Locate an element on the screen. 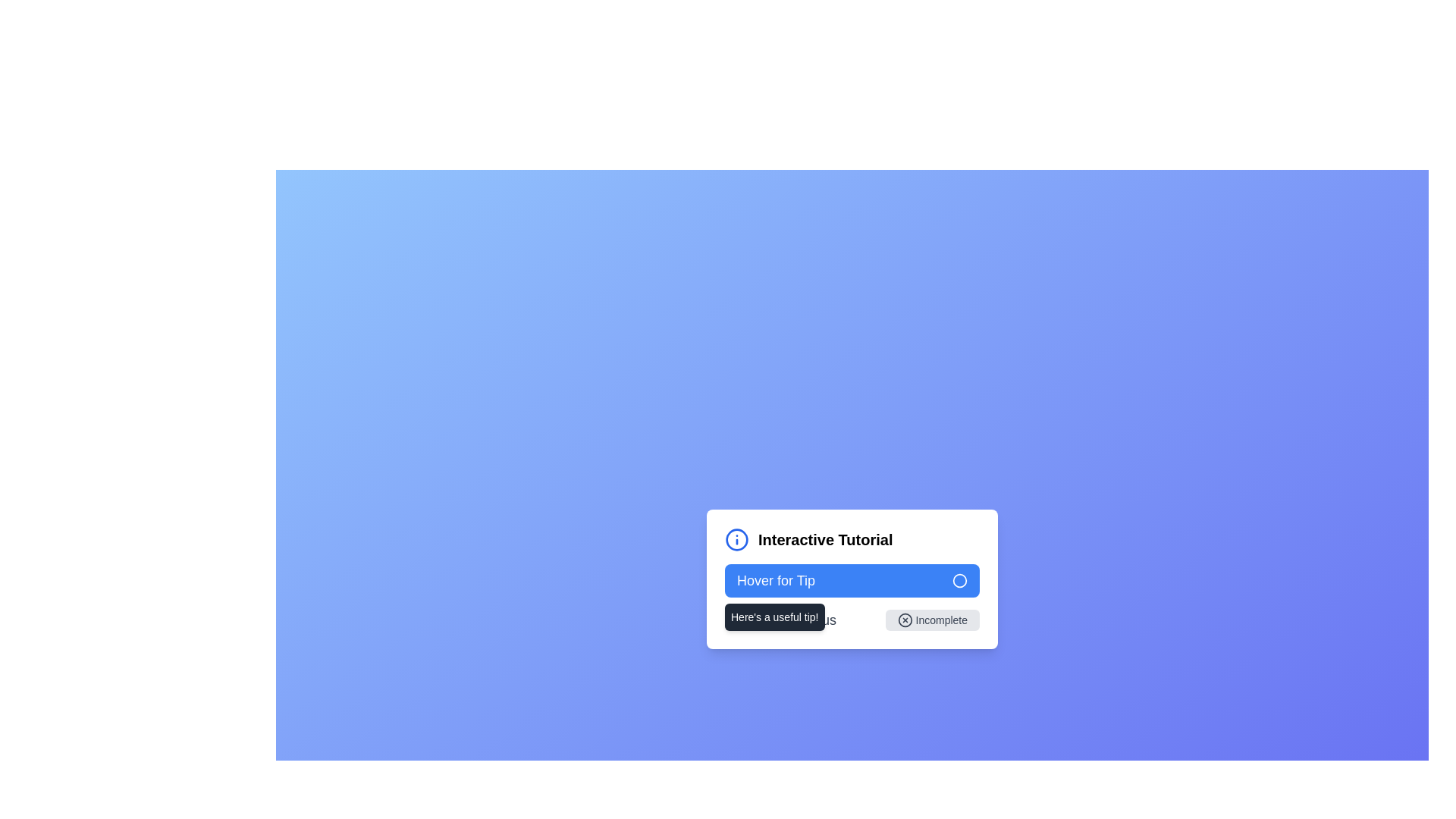  the 'Incomplete' button located at the bottom of the 'Interactive Tutorial' card to initiate further actions is located at coordinates (852, 620).